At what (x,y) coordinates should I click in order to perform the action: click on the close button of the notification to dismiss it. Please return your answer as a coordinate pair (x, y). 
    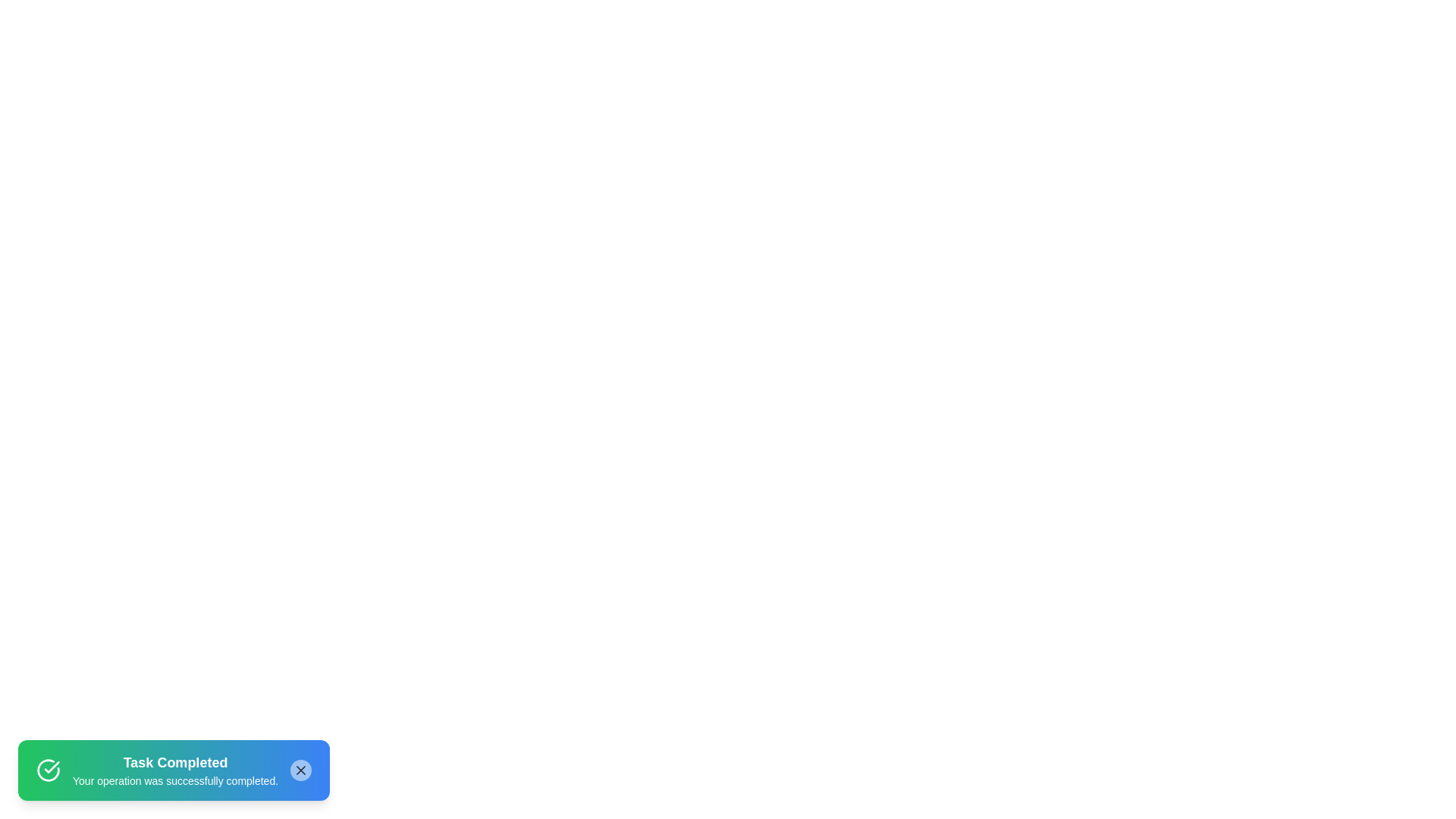
    Looking at the image, I should click on (301, 770).